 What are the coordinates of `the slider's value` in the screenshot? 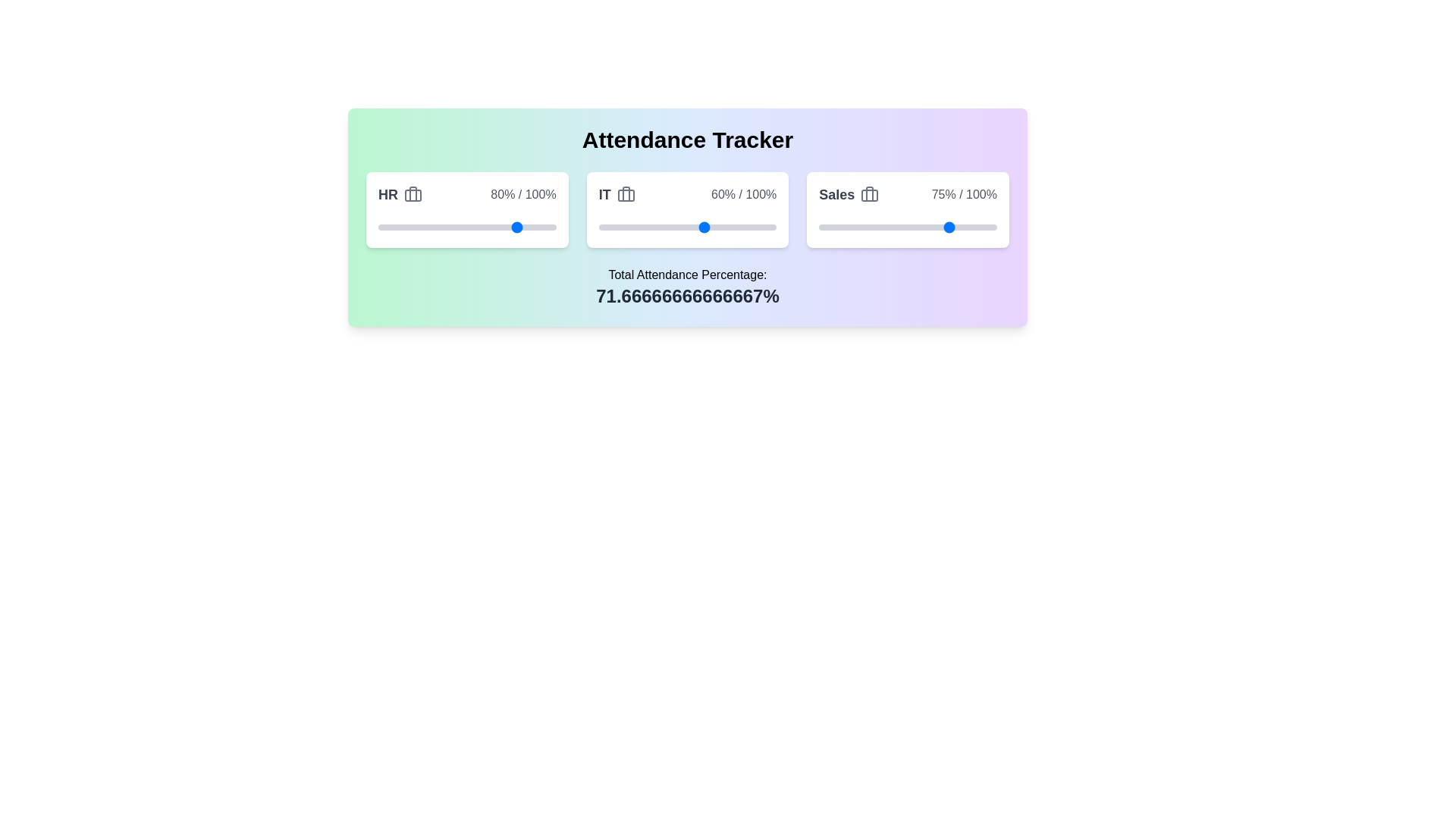 It's located at (932, 227).